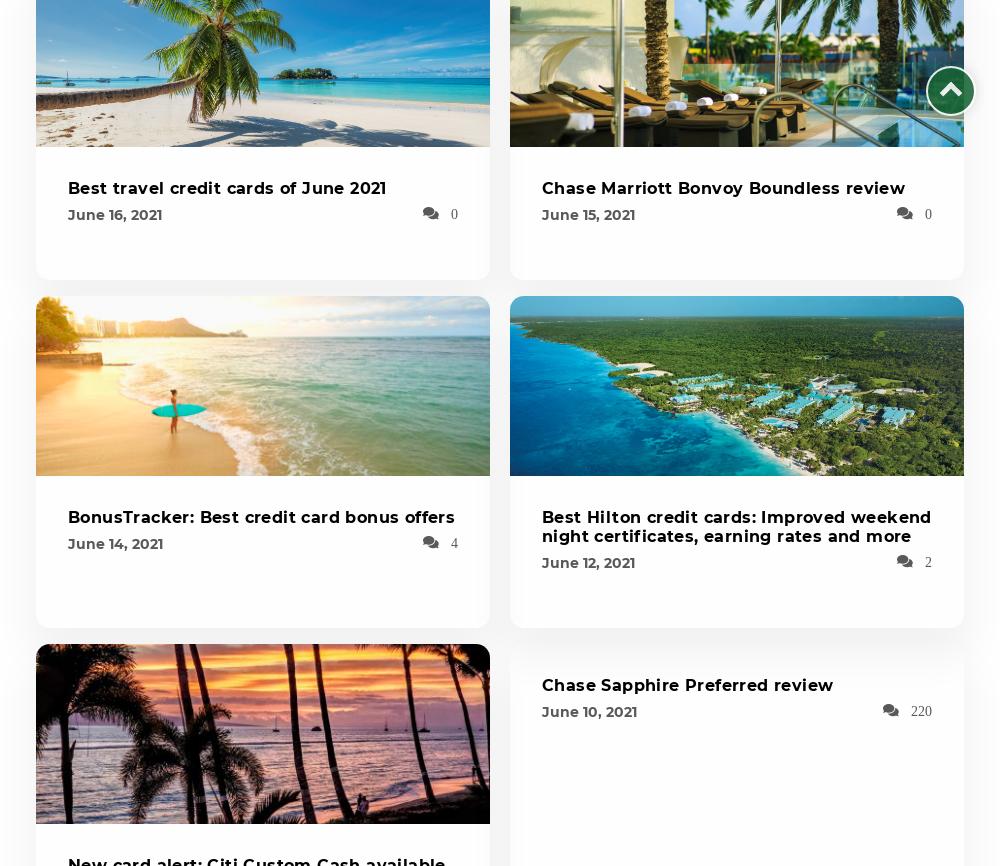 The image size is (1000, 866). Describe the element at coordinates (722, 188) in the screenshot. I see `'Chase Marriott Bonvoy Boundless review'` at that location.